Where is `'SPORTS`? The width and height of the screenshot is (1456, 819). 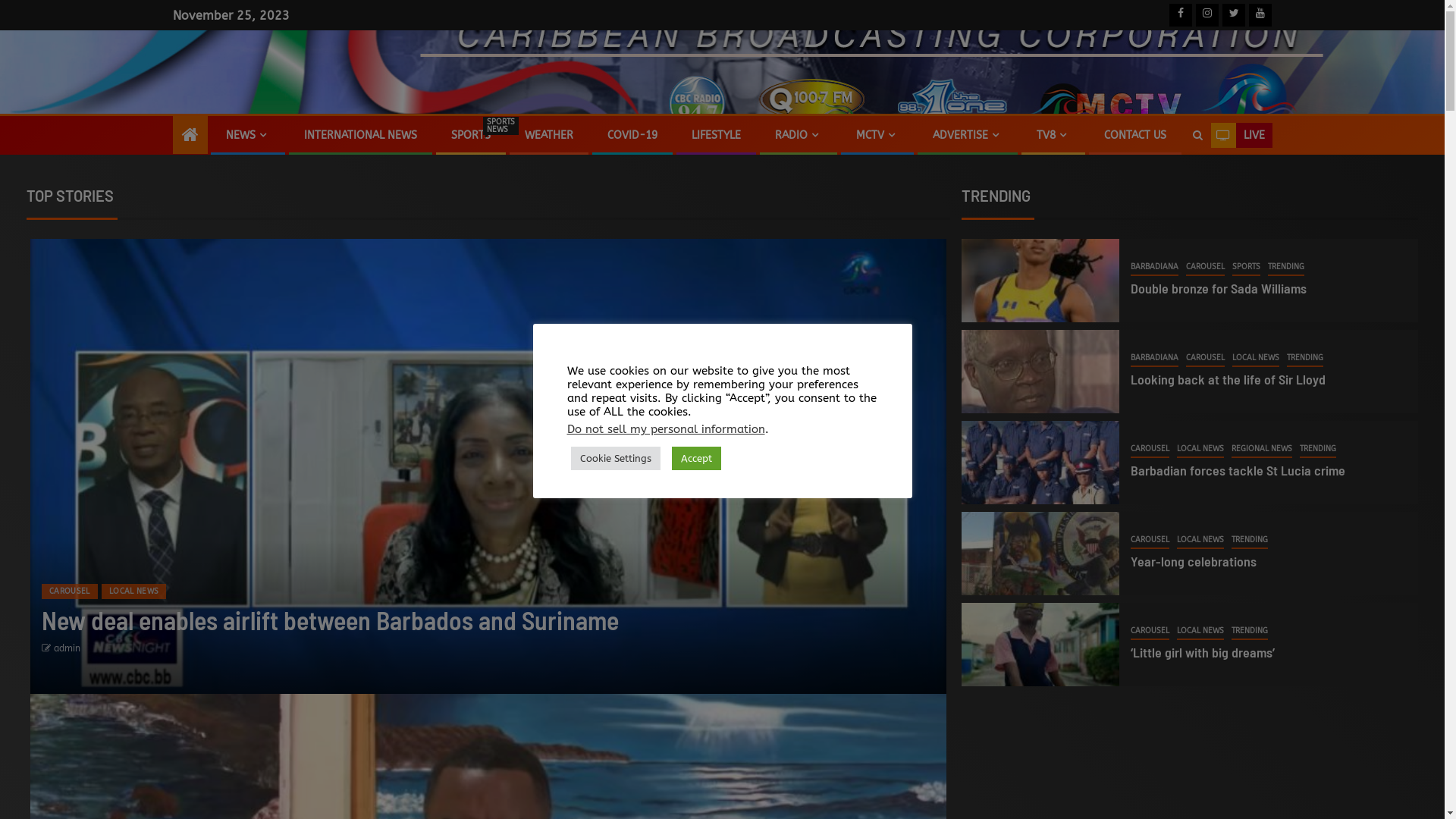
'SPORTS is located at coordinates (450, 134).